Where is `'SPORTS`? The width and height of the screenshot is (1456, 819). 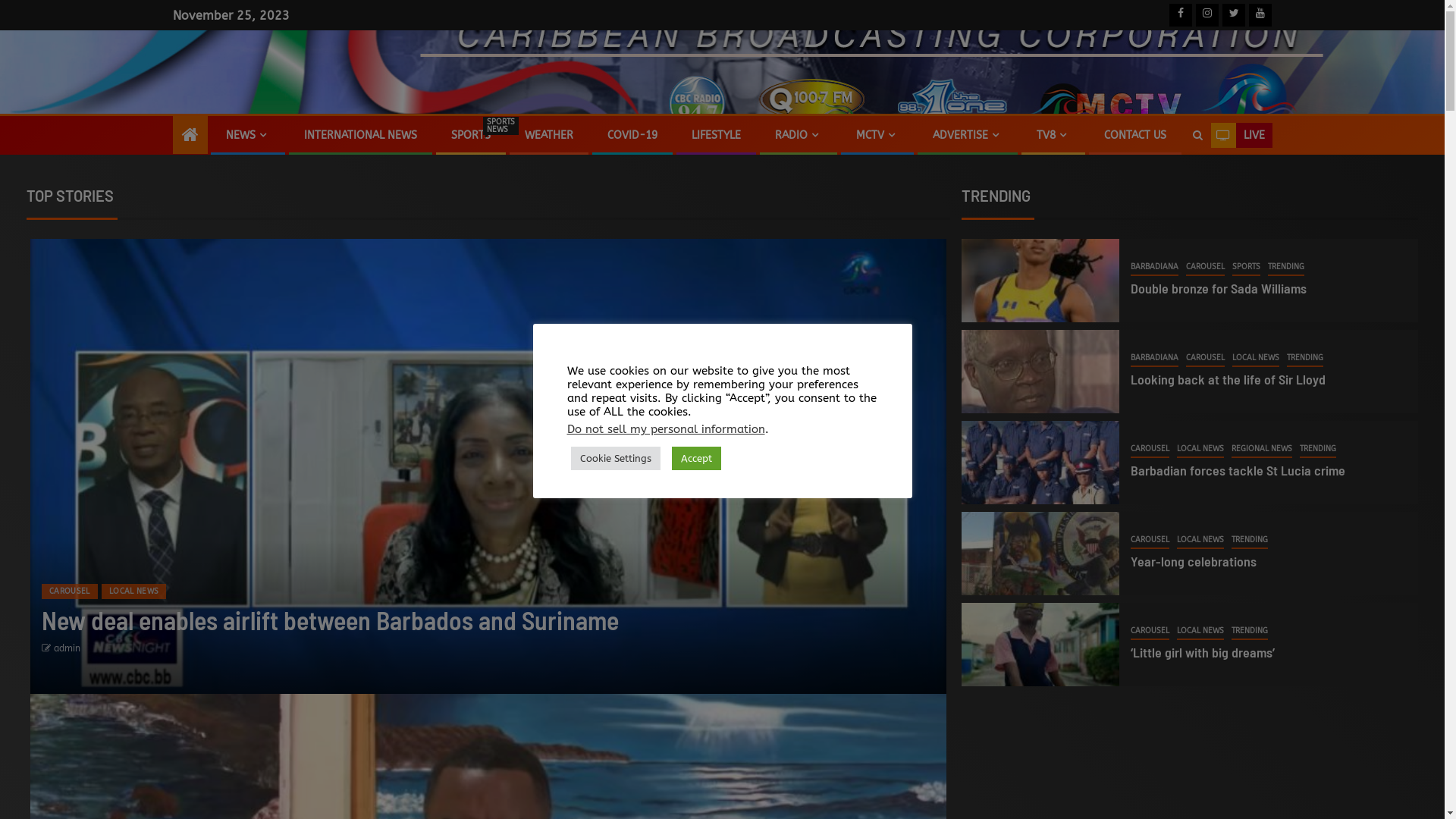
'SPORTS is located at coordinates (450, 134).